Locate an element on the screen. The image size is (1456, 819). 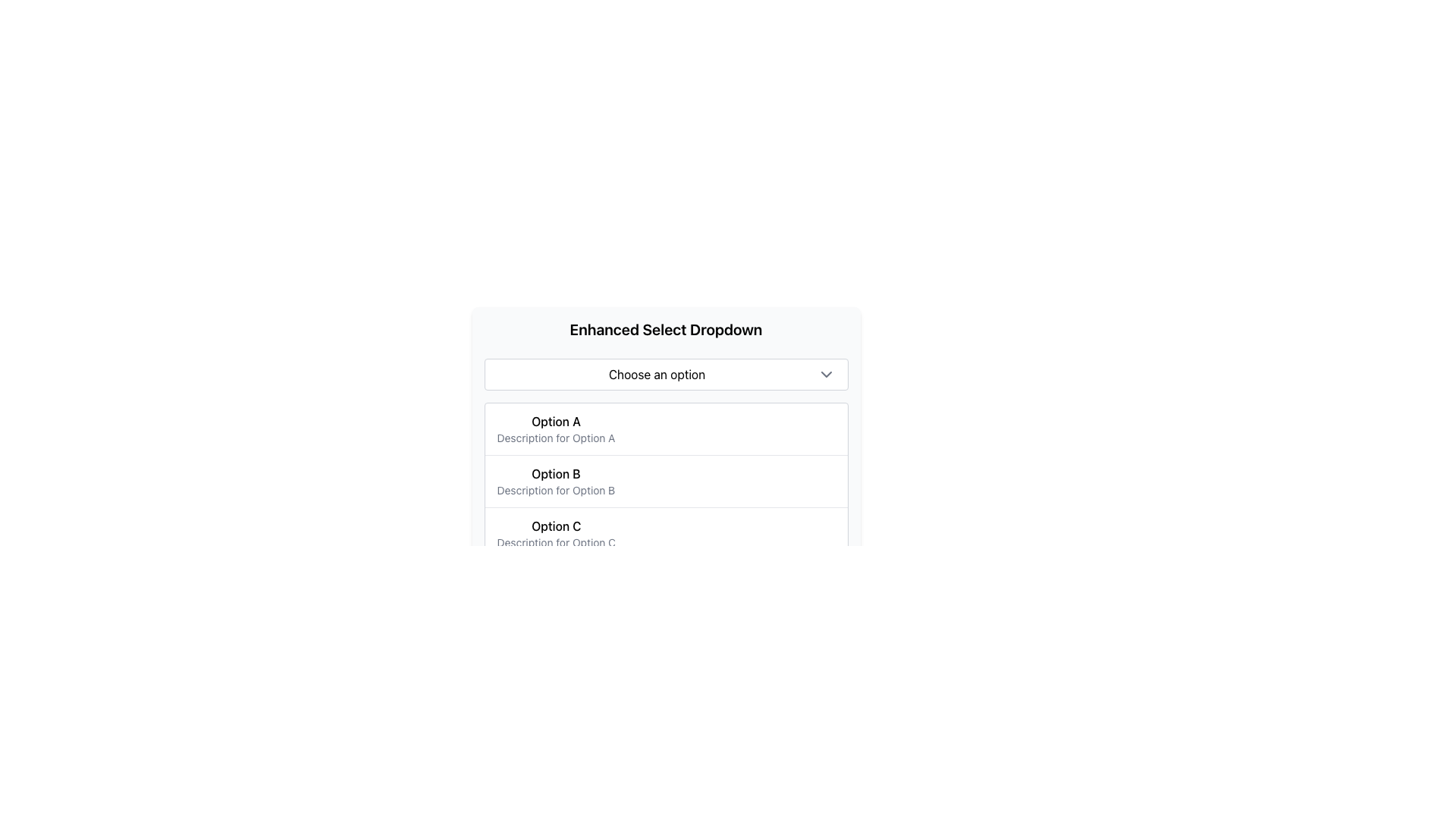
the white rectangular dropdown menu labeled 'Choose an option' with a downward-facing chevron icon is located at coordinates (666, 374).